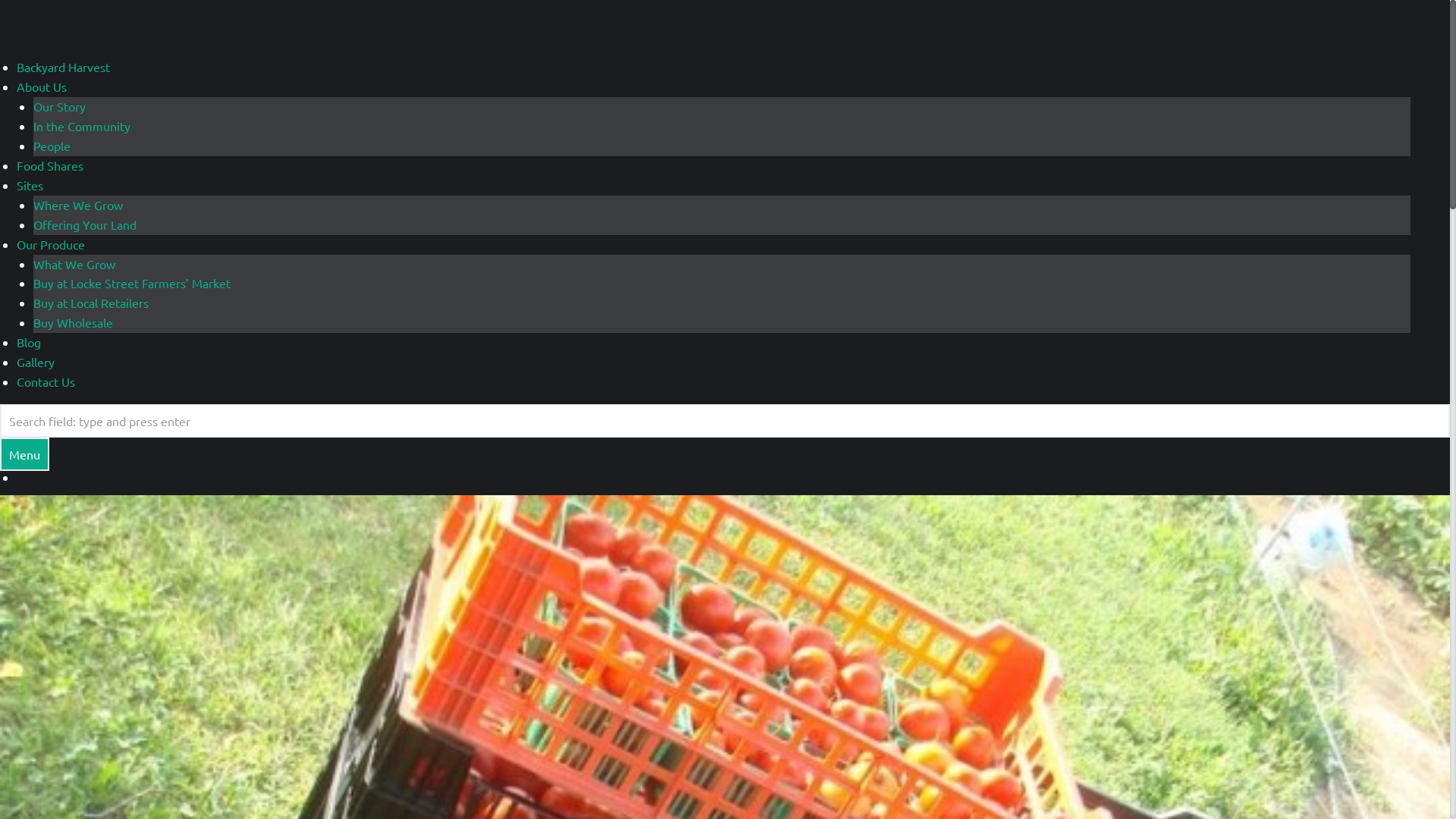 The width and height of the screenshot is (1456, 819). Describe the element at coordinates (83, 224) in the screenshot. I see `'Offering Your Land'` at that location.